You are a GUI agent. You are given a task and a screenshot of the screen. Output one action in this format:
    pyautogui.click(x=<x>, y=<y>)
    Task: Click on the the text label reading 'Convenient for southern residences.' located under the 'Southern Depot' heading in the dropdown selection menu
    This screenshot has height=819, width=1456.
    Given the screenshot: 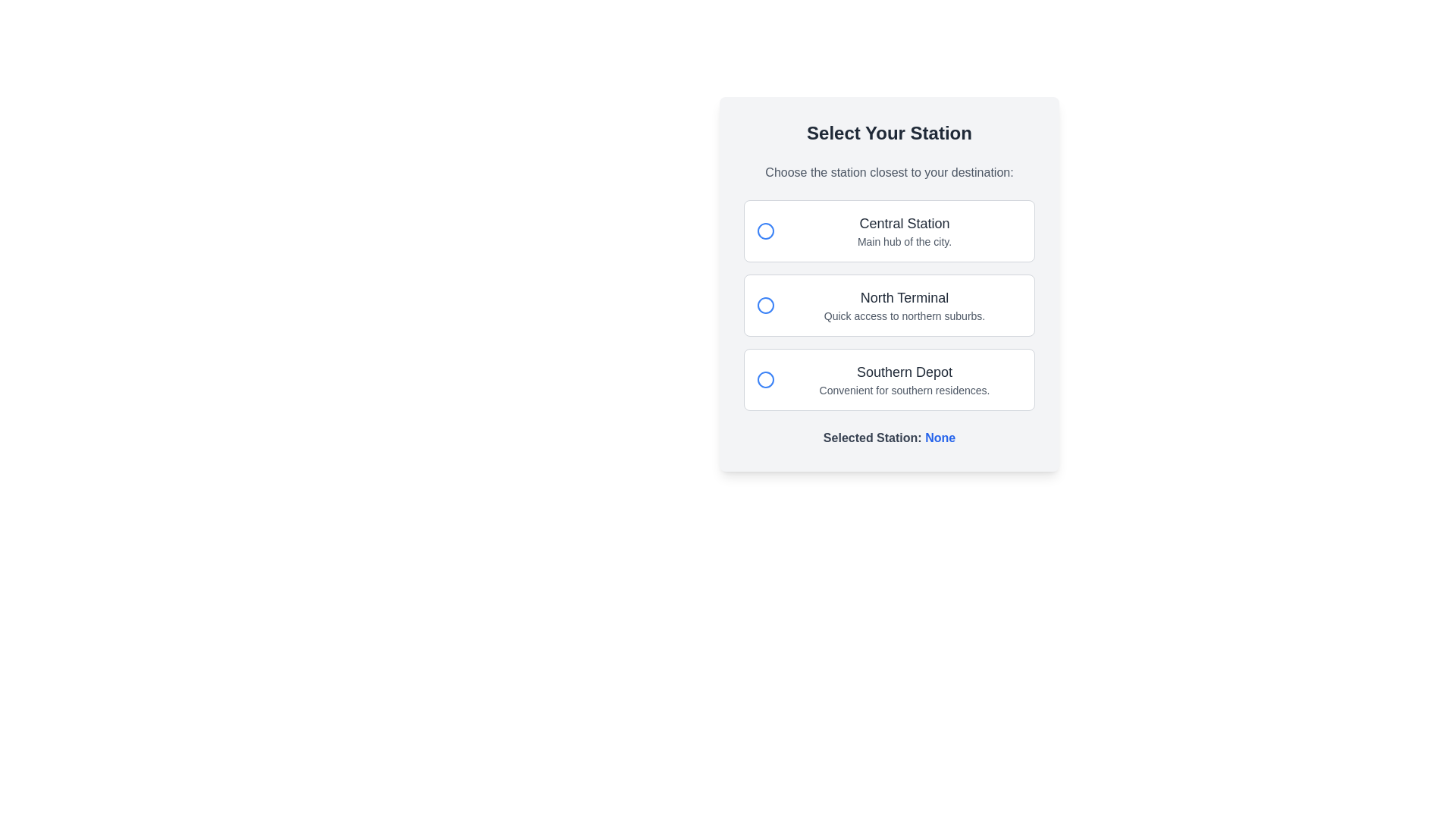 What is the action you would take?
    pyautogui.click(x=905, y=390)
    